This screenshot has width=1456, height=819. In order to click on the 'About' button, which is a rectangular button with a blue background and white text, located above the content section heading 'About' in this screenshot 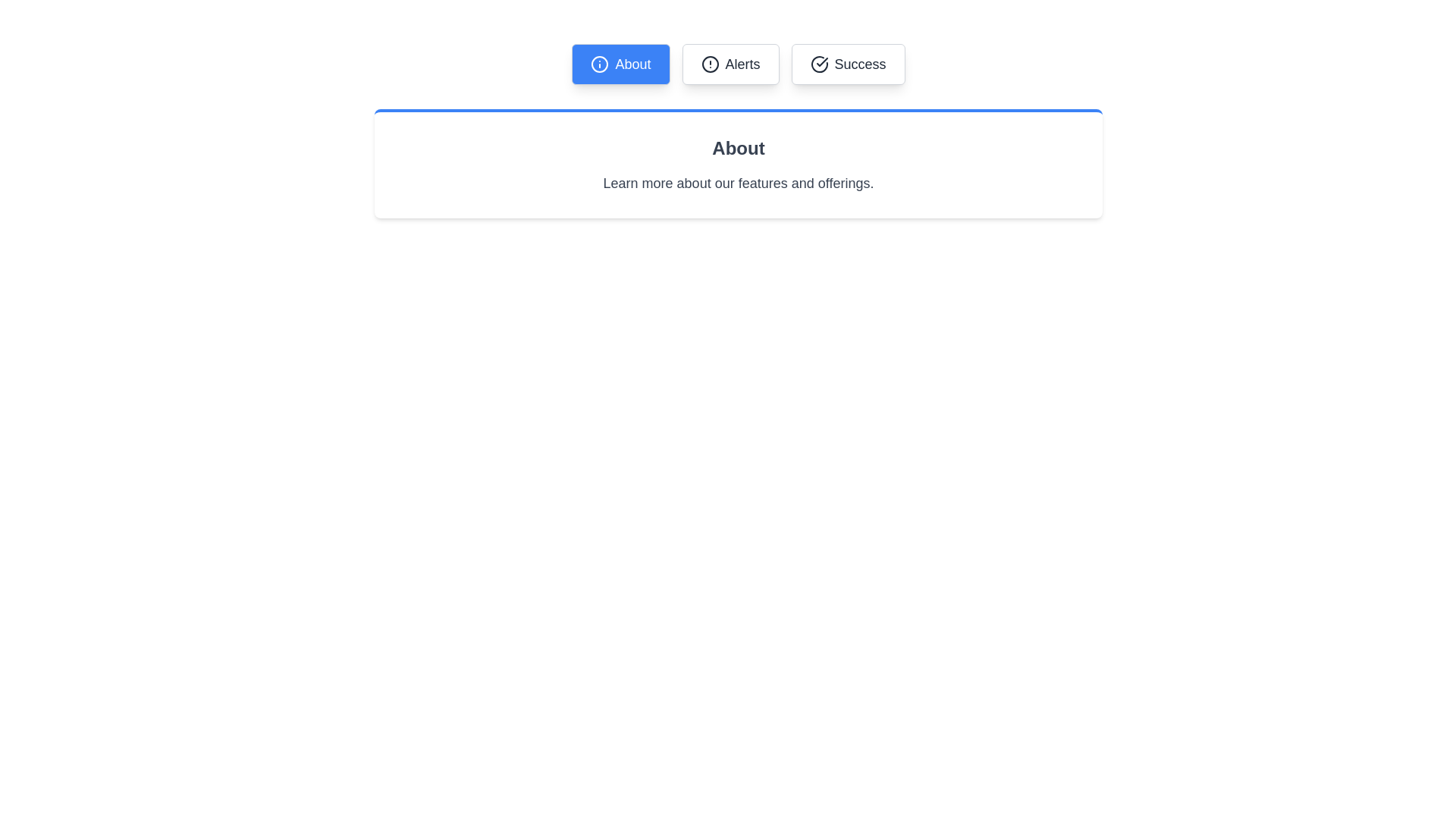, I will do `click(621, 63)`.